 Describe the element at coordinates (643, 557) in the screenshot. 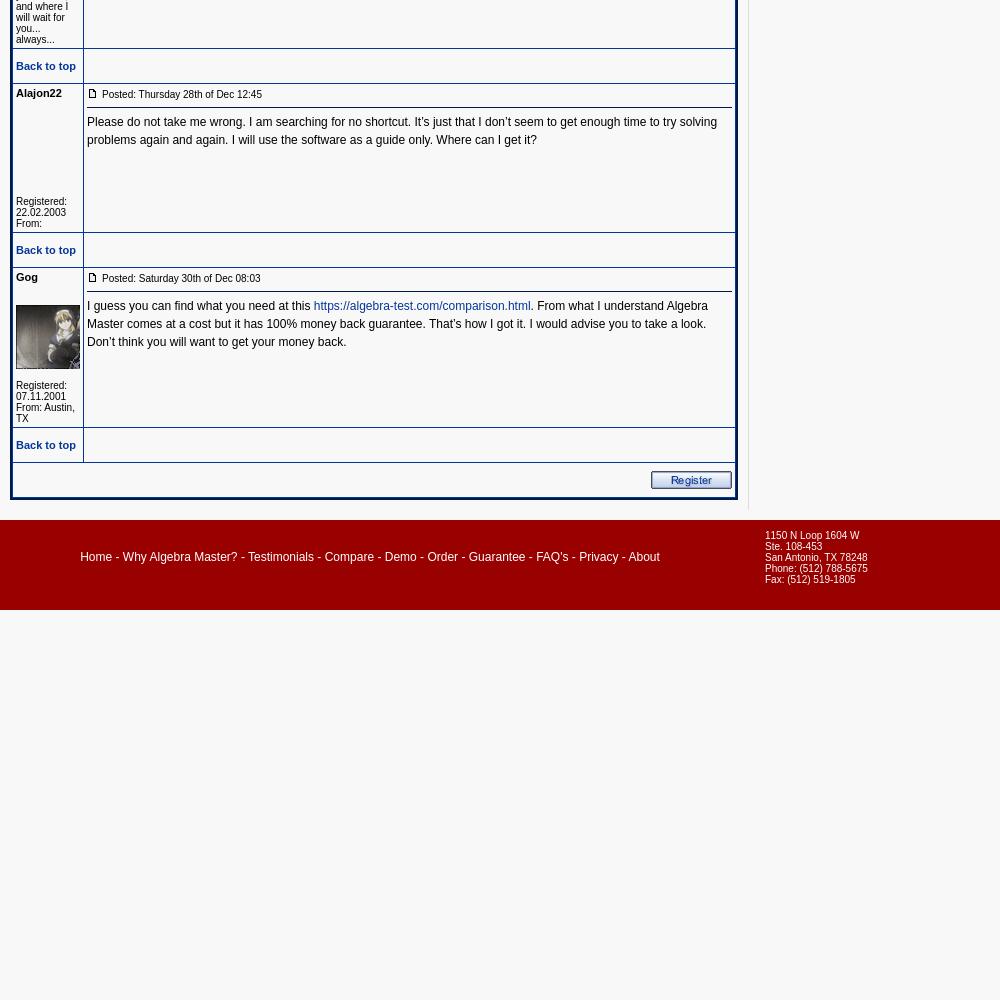

I see `'About'` at that location.